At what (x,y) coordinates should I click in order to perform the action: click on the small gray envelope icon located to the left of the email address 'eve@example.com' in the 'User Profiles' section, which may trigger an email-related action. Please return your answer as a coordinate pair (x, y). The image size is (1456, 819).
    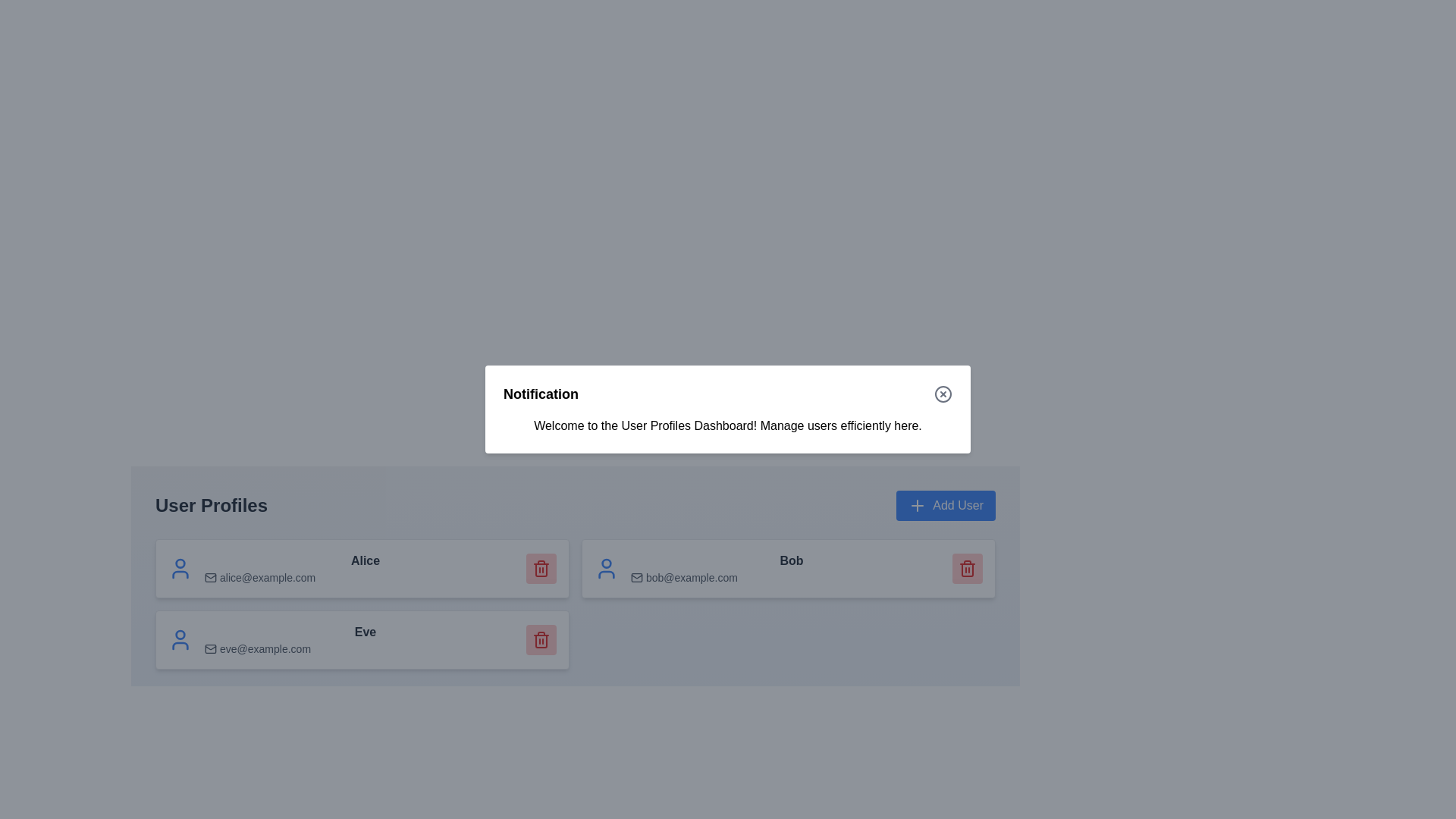
    Looking at the image, I should click on (210, 648).